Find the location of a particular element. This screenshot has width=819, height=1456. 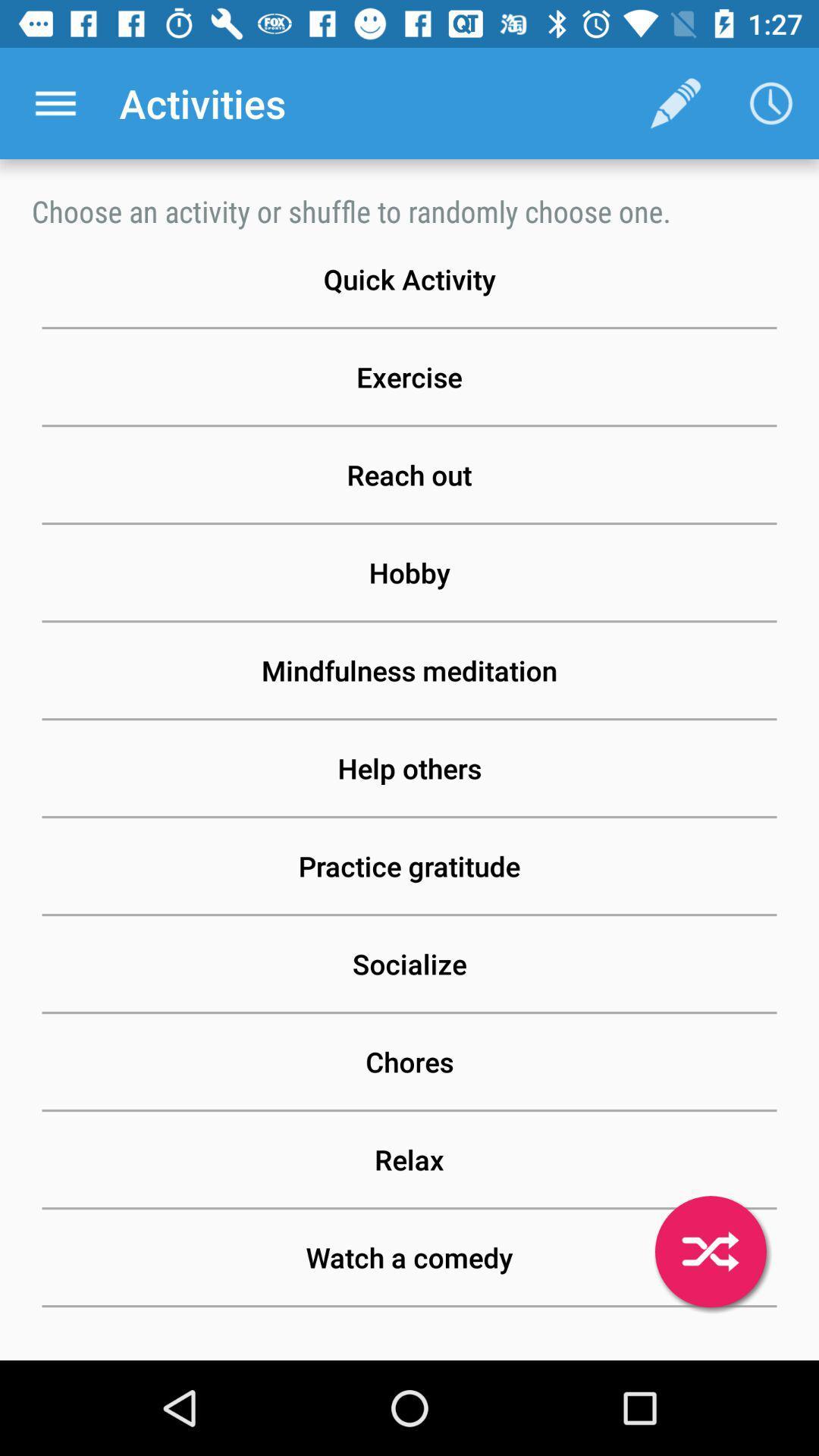

mindfulness meditation is located at coordinates (409, 670).